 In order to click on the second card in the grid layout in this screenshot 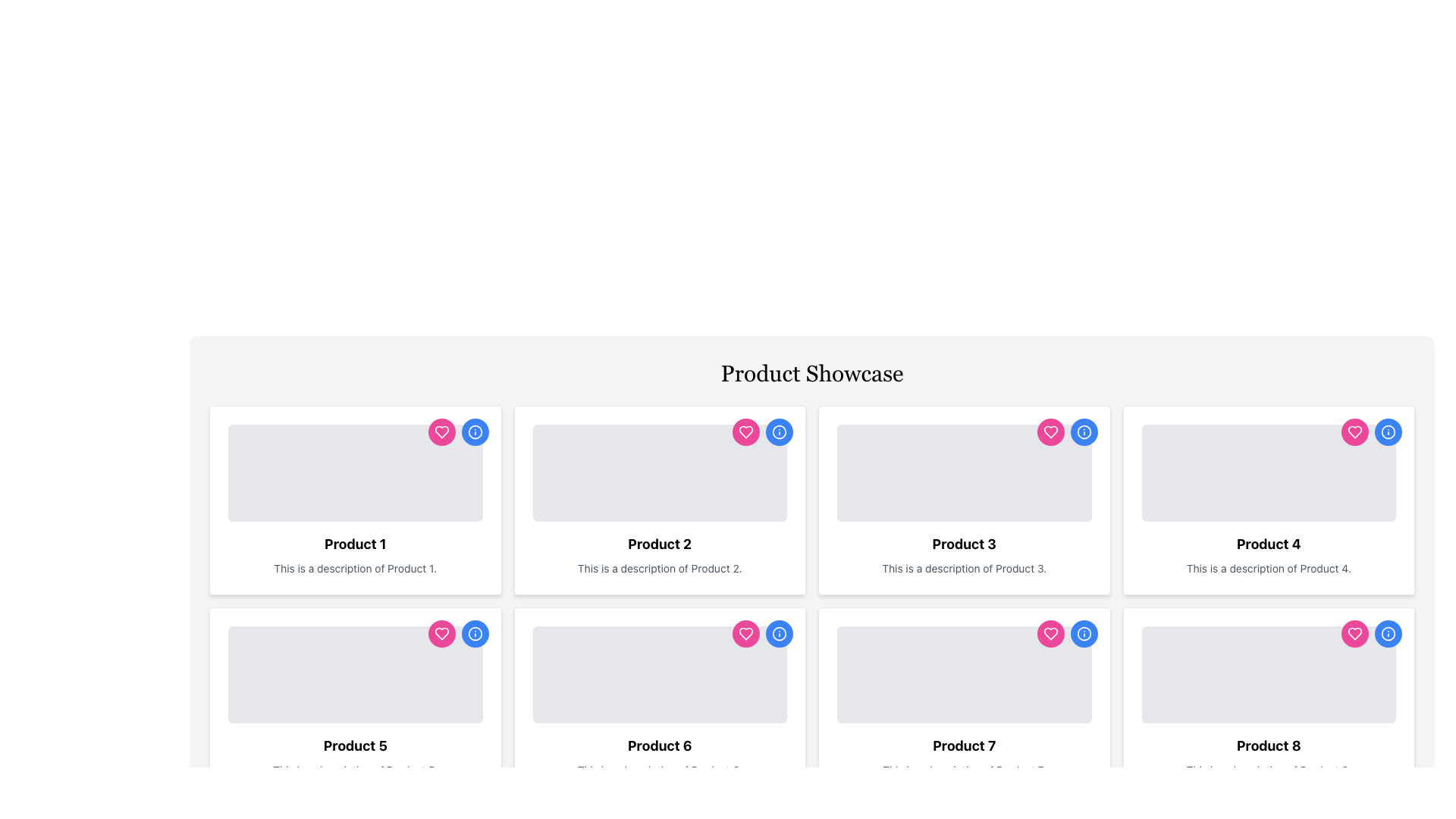, I will do `click(660, 500)`.